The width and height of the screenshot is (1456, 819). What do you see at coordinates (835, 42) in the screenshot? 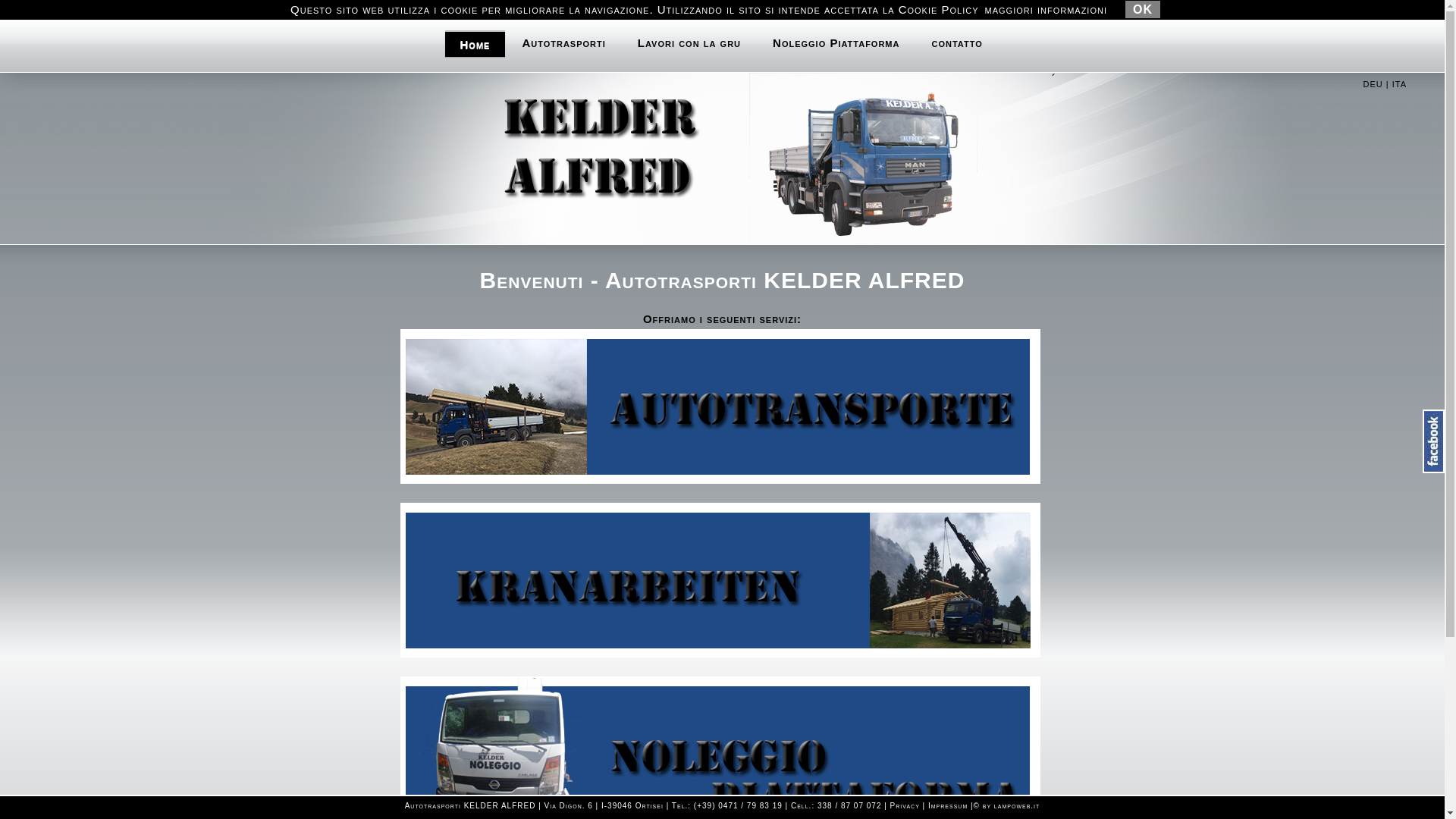
I see `'Noleggio Piattaforma'` at bounding box center [835, 42].